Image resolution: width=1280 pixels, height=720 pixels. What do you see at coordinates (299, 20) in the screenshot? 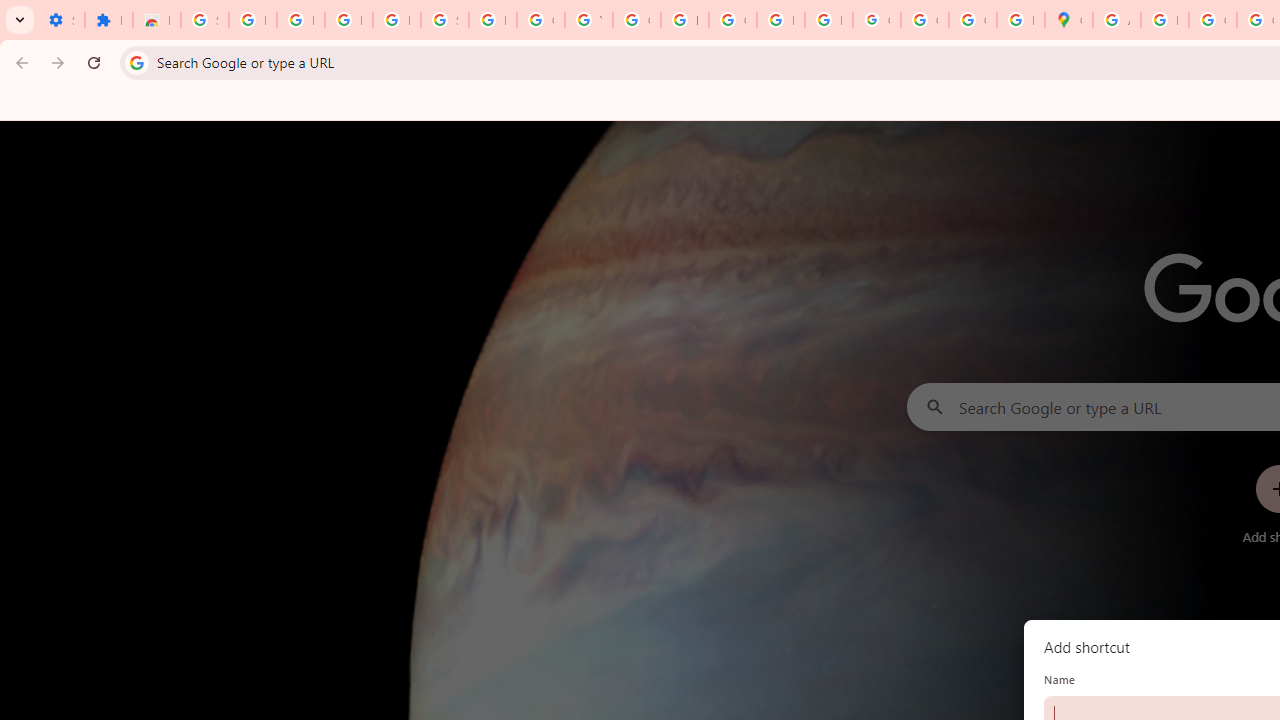
I see `'Delete photos & videos - Computer - Google Photos Help'` at bounding box center [299, 20].